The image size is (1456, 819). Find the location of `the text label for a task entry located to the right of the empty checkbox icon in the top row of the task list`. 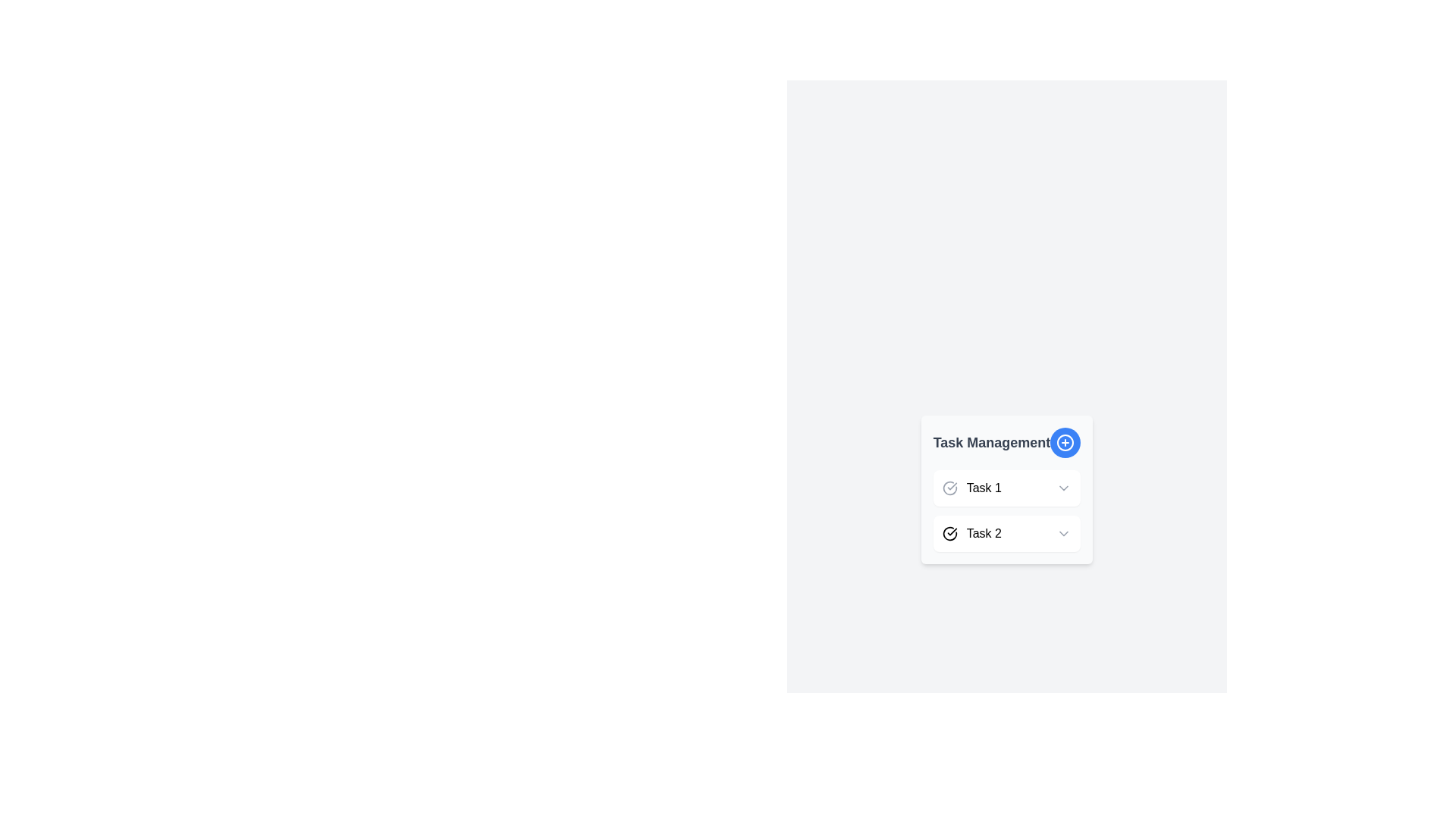

the text label for a task entry located to the right of the empty checkbox icon in the top row of the task list is located at coordinates (984, 488).